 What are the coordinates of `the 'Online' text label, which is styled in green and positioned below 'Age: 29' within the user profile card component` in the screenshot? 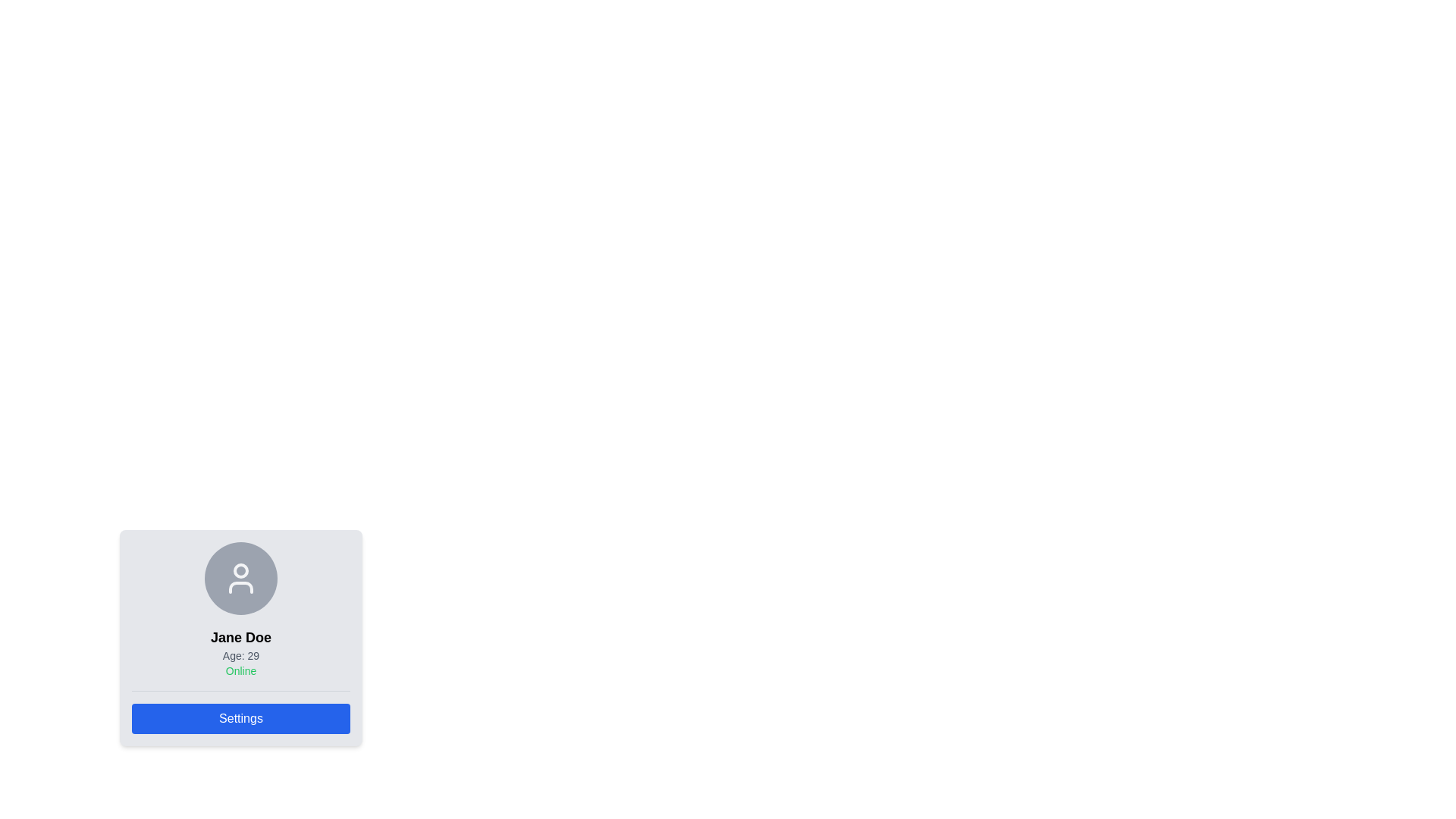 It's located at (240, 670).